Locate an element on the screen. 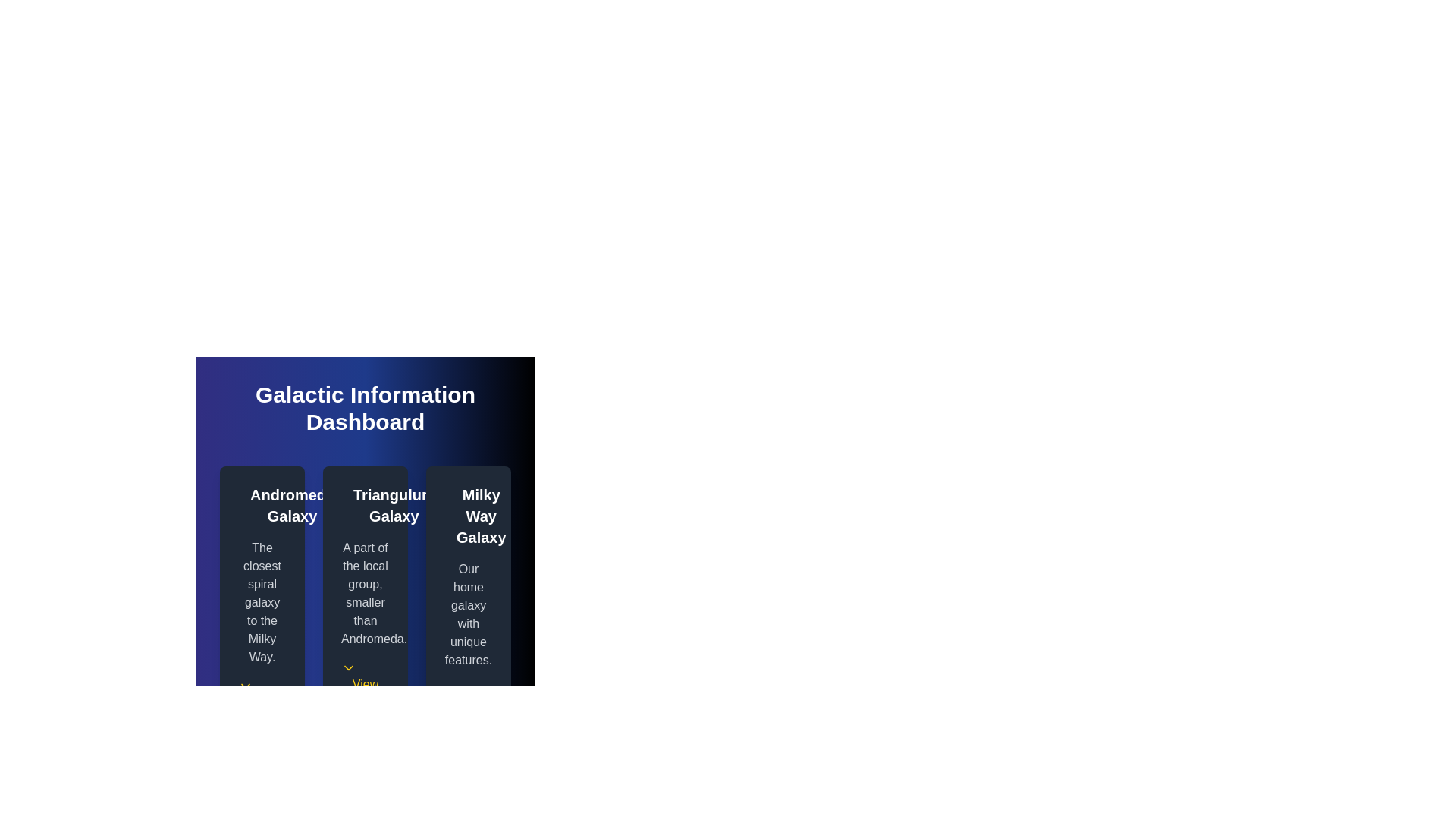  text heading 'Andromeda Galaxy' located at the top-left quadrant of the card component with a dark background is located at coordinates (262, 506).